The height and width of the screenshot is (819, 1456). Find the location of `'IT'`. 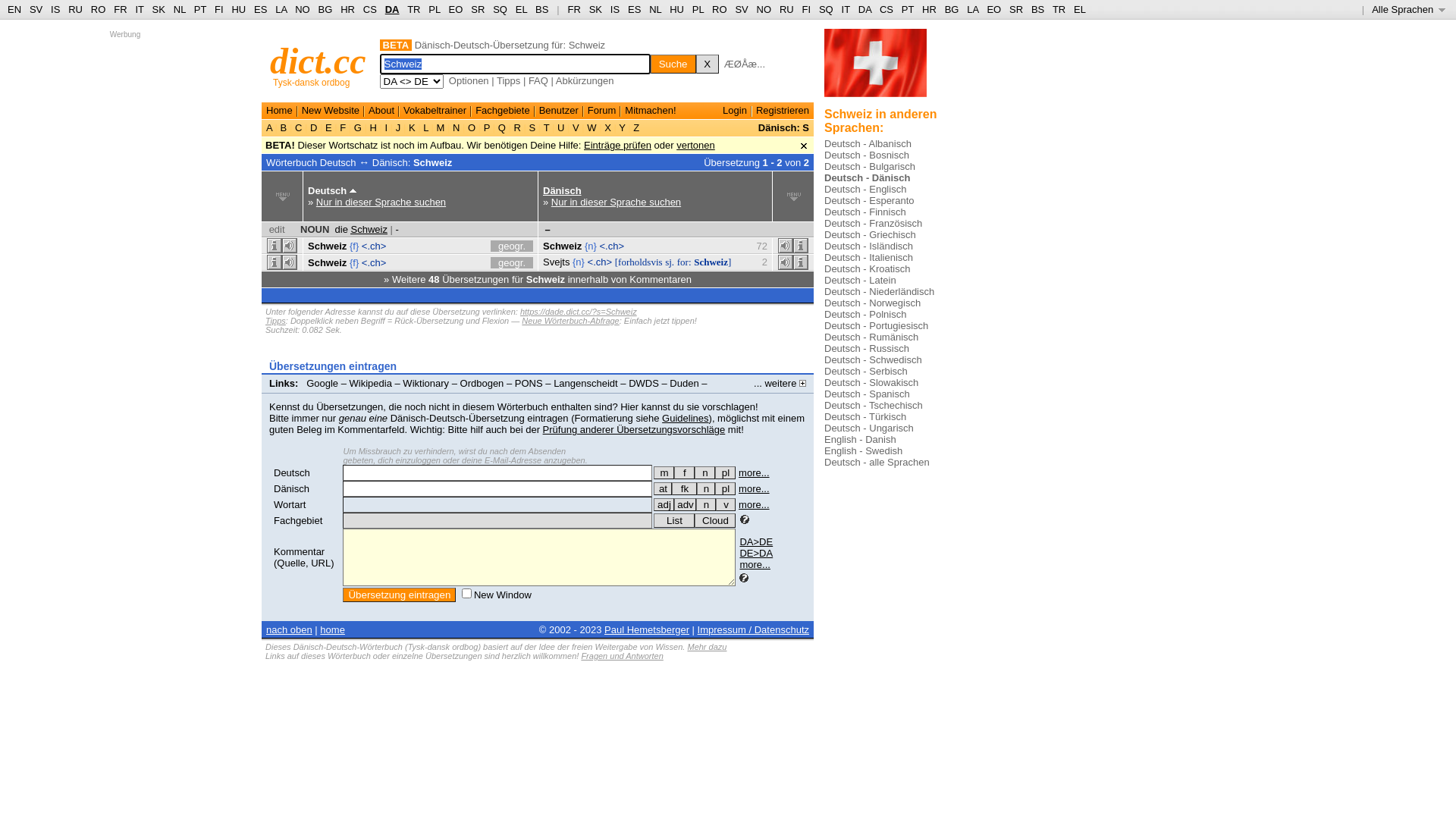

'IT' is located at coordinates (845, 9).